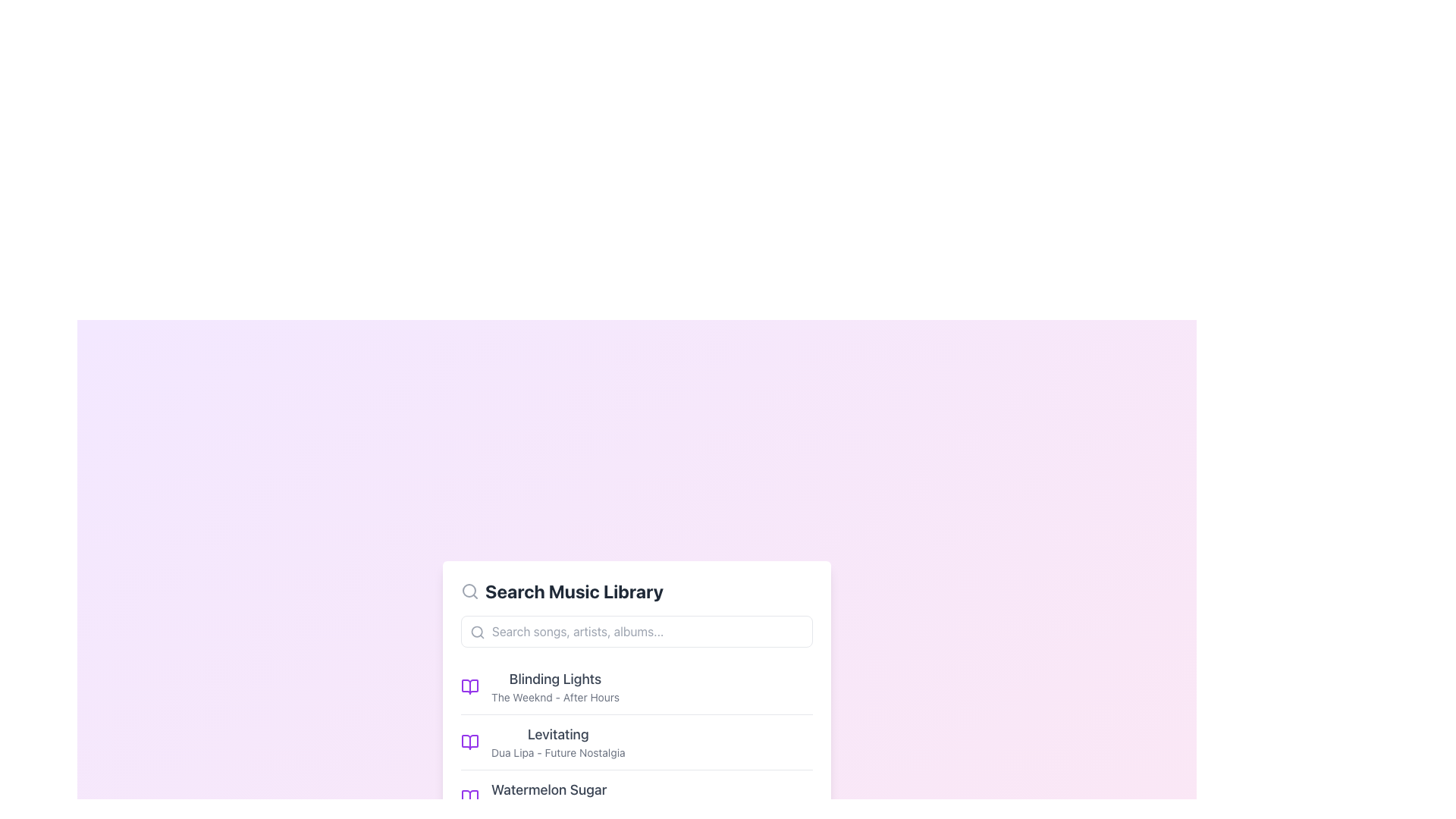  Describe the element at coordinates (469, 686) in the screenshot. I see `the purple book icon positioned to the left of the song title 'Blinding Lights' and artist 'The Weeknd - After Hours' in the music library interface` at that location.